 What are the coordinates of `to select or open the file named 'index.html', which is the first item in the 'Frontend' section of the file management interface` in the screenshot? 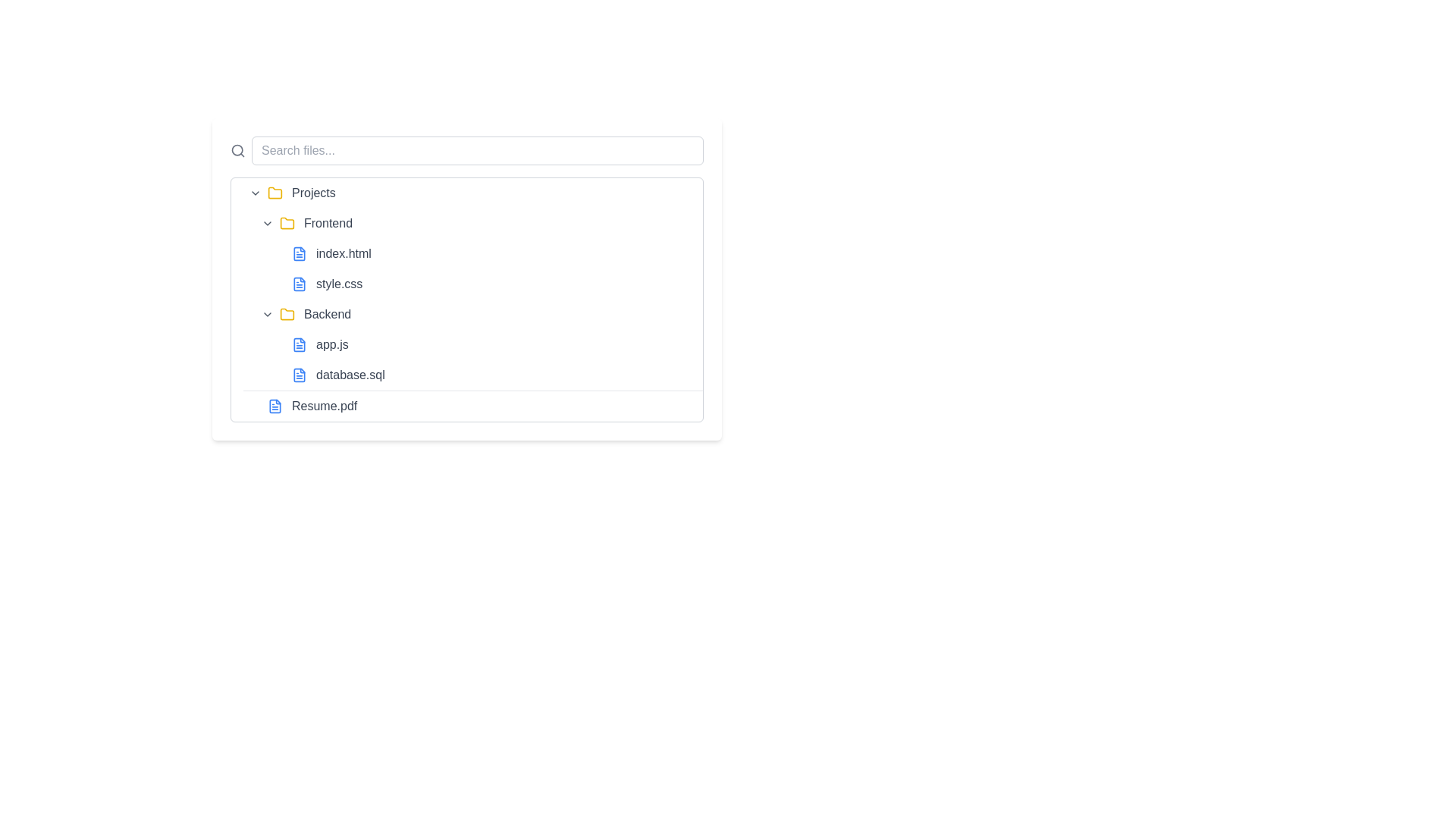 It's located at (484, 253).